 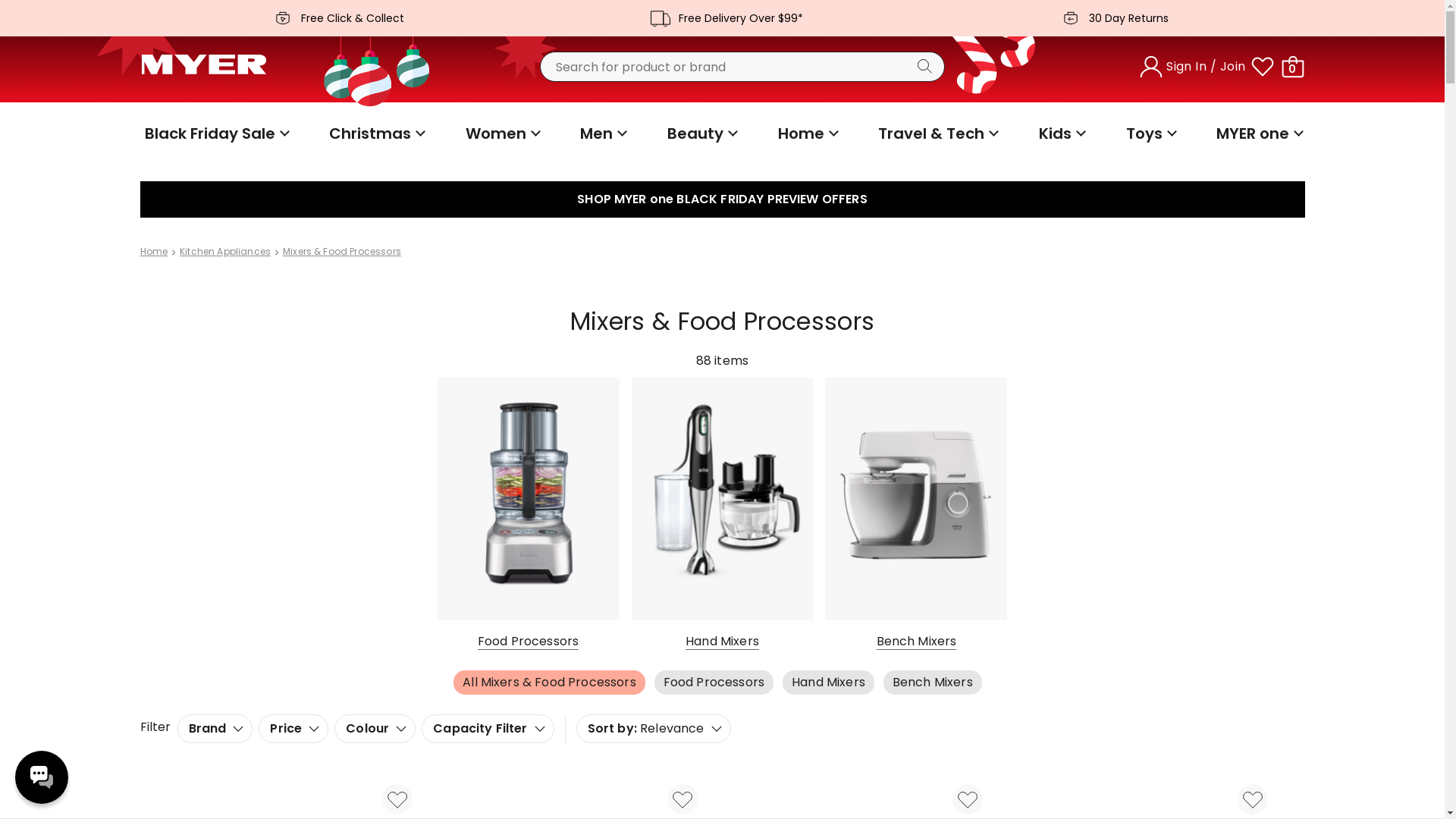 I want to click on 'Bench Mixers', so click(x=883, y=681).